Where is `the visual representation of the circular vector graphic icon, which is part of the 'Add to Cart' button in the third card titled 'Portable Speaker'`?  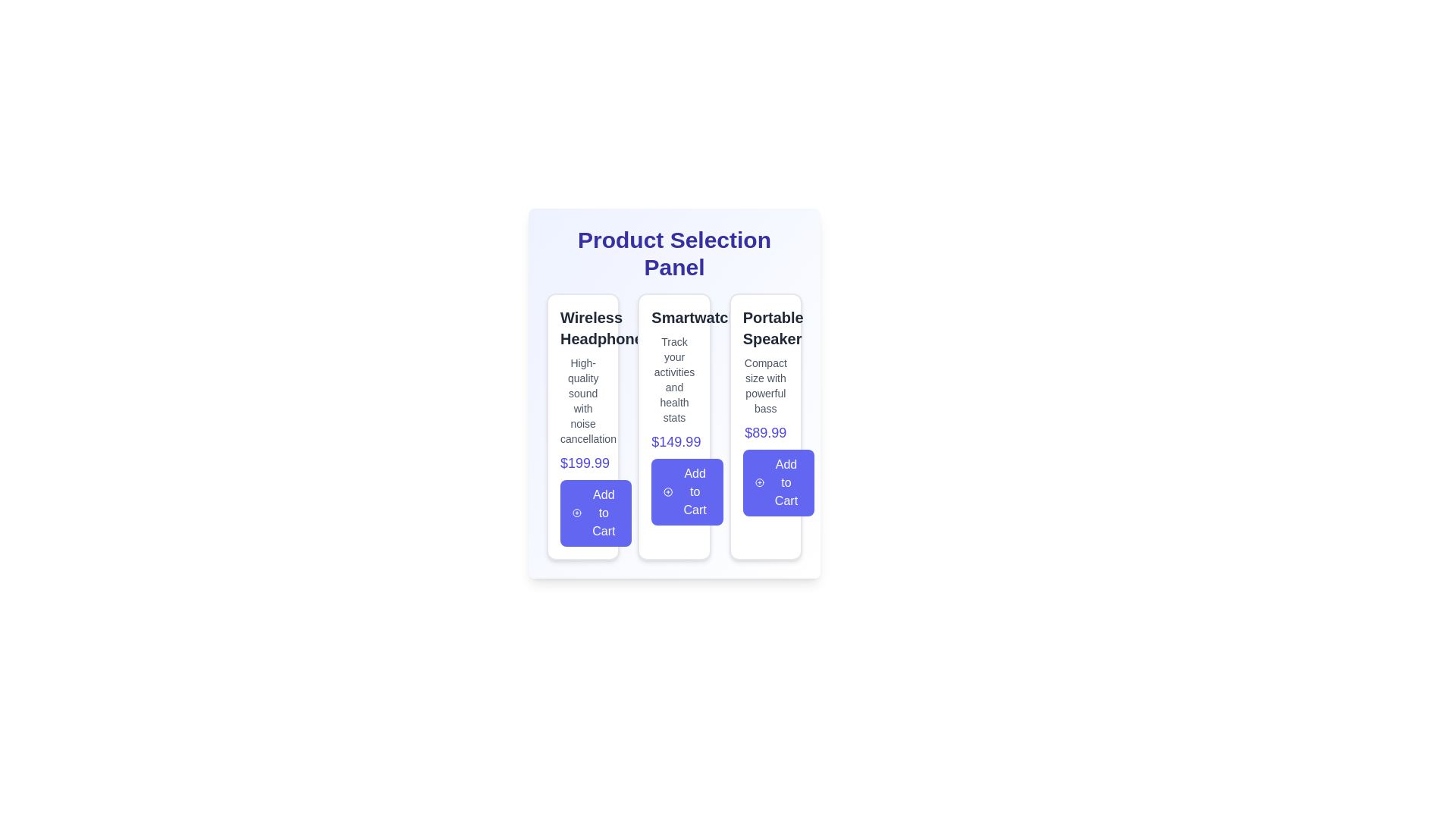 the visual representation of the circular vector graphic icon, which is part of the 'Add to Cart' button in the third card titled 'Portable Speaker' is located at coordinates (759, 482).